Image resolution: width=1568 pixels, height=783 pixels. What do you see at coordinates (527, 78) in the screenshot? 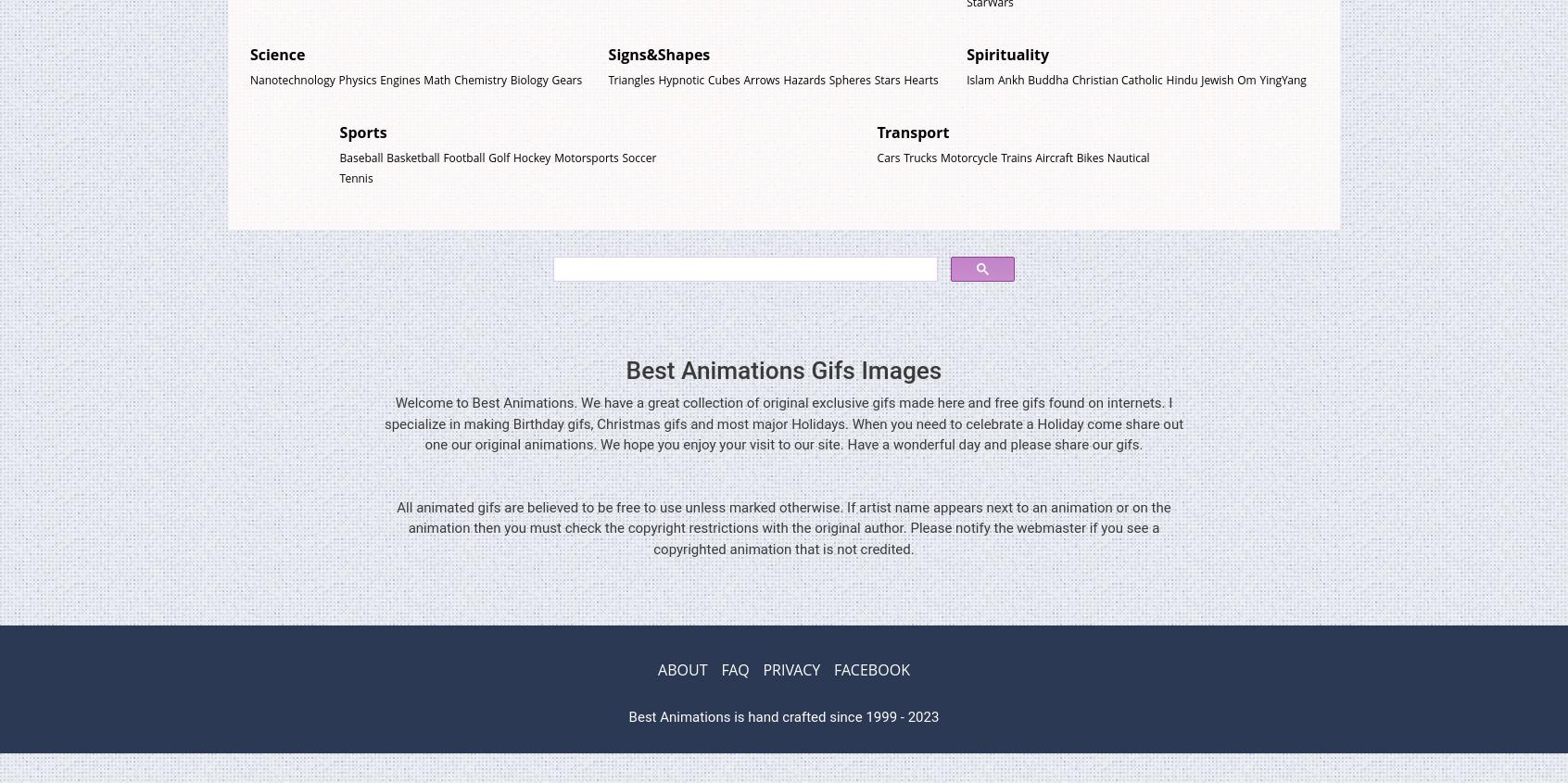
I see `'Biology'` at bounding box center [527, 78].